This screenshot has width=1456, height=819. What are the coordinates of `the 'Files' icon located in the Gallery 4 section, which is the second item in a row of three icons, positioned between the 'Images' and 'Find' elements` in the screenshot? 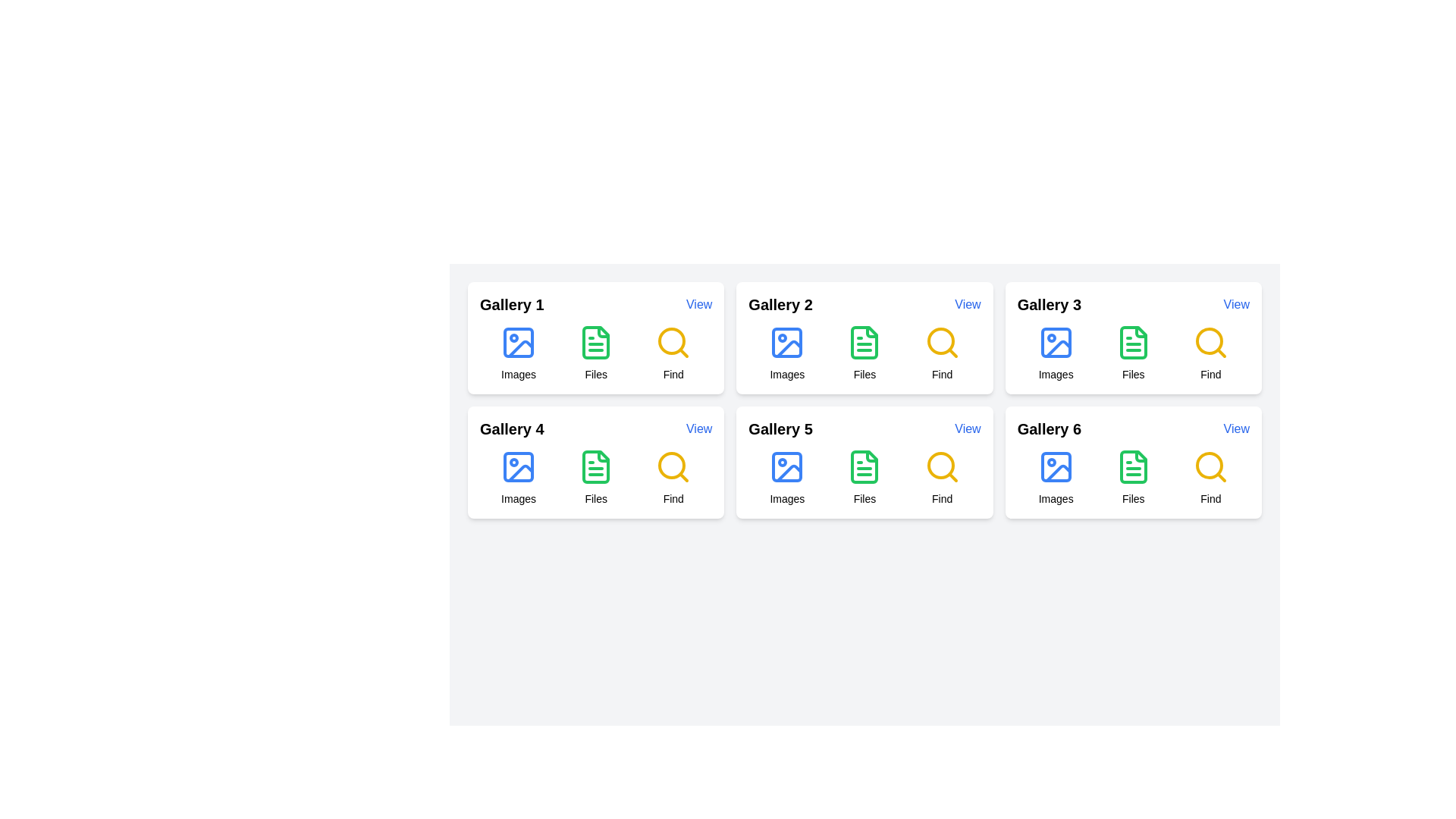 It's located at (595, 476).